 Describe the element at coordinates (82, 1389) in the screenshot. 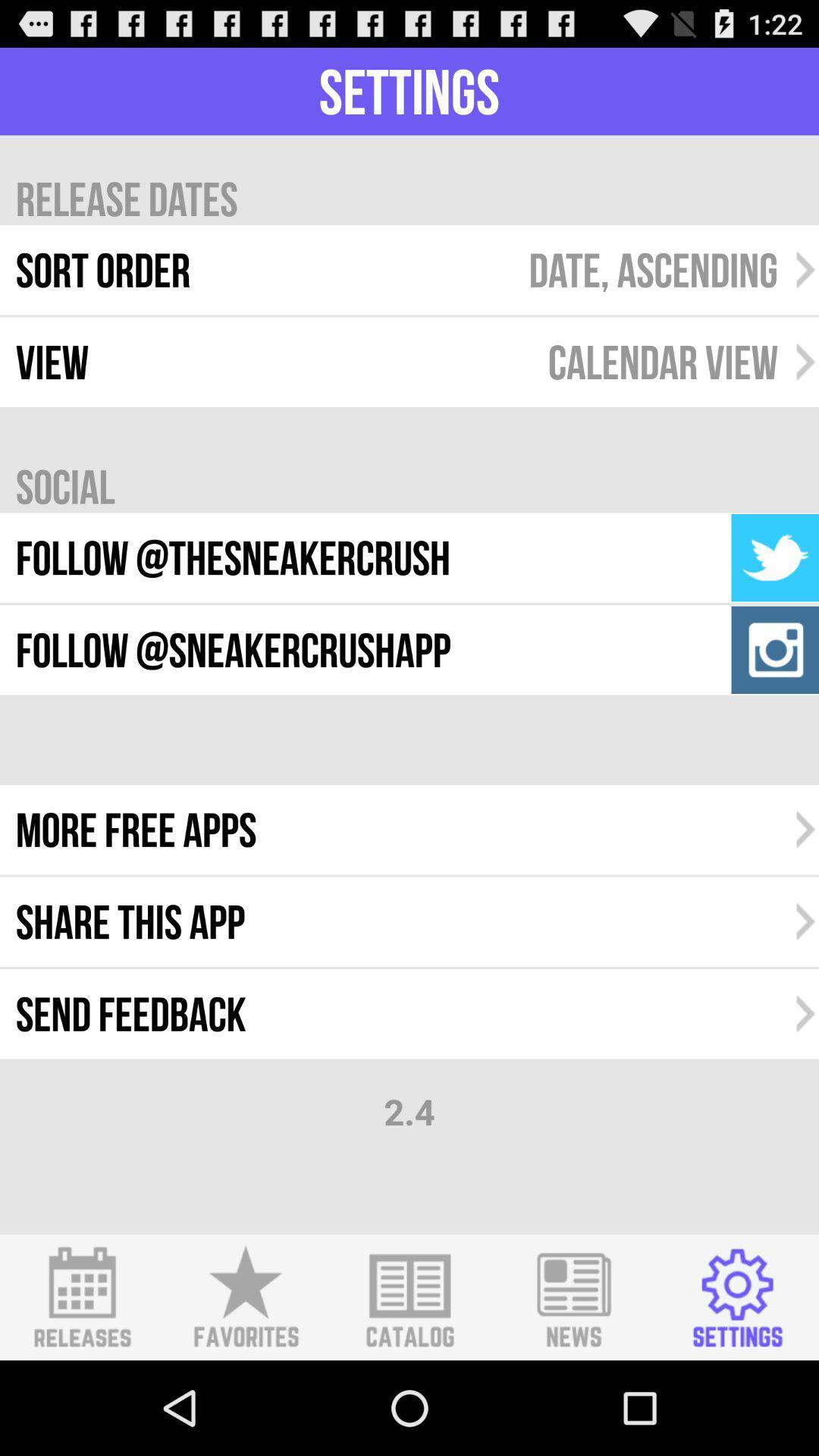

I see `the date_range icon` at that location.